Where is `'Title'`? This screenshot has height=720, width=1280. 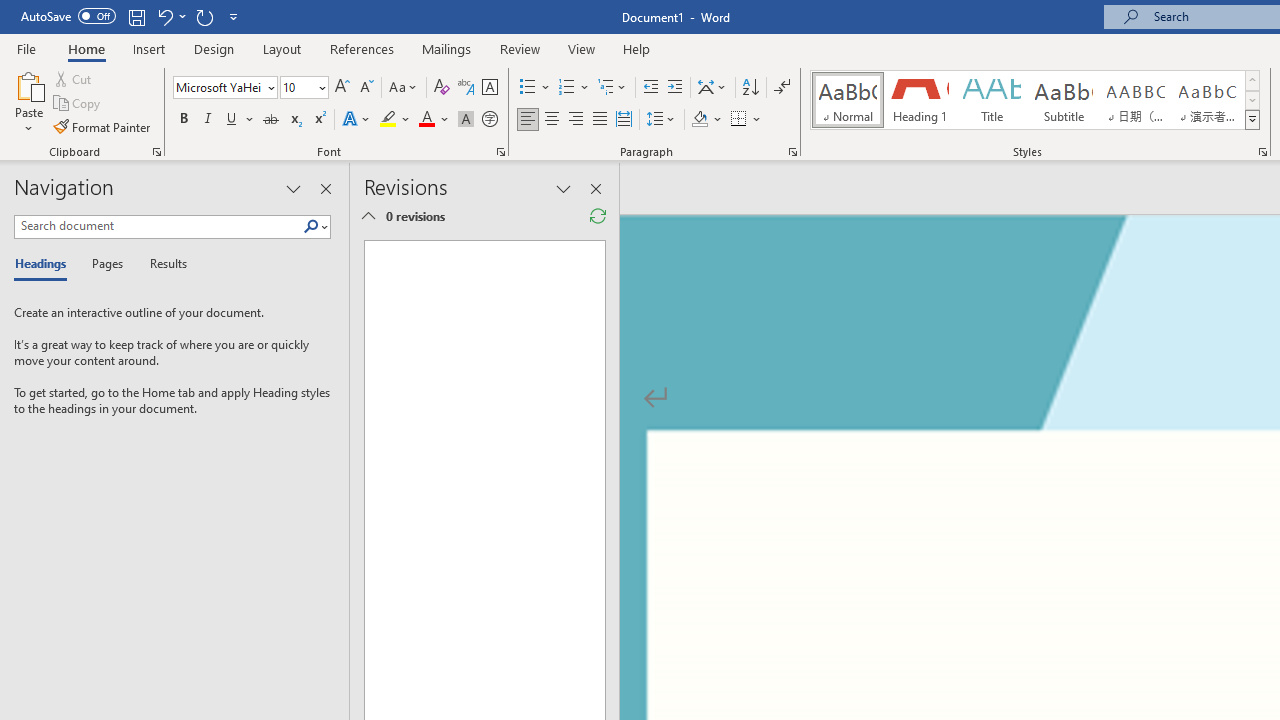
'Title' is located at coordinates (992, 100).